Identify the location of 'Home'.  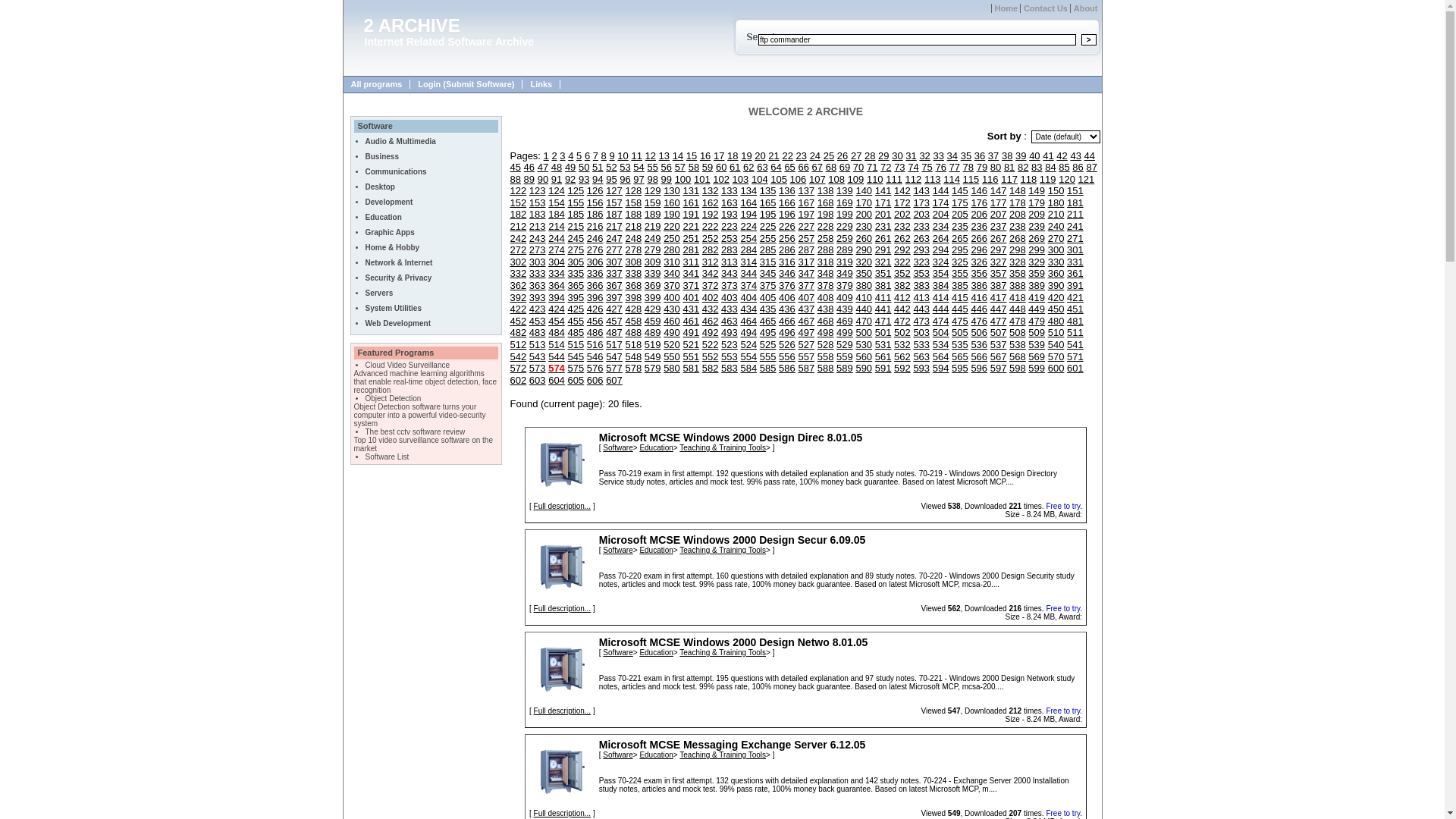
(990, 8).